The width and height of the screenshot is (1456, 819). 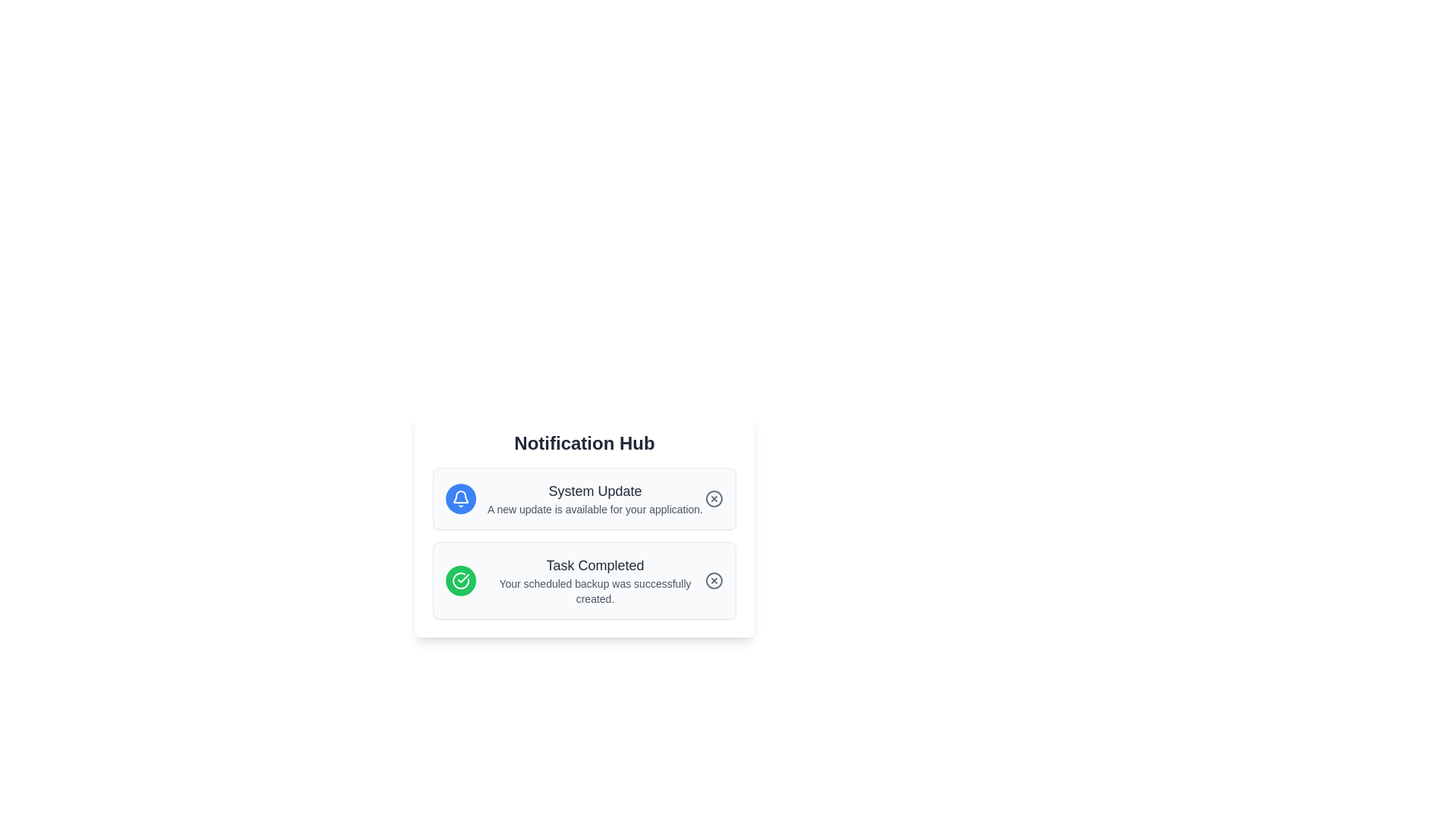 I want to click on the indicator icon located at the top left corner of the notification card titled 'Task Completed', which reassures the user of successful task completion, so click(x=460, y=580).